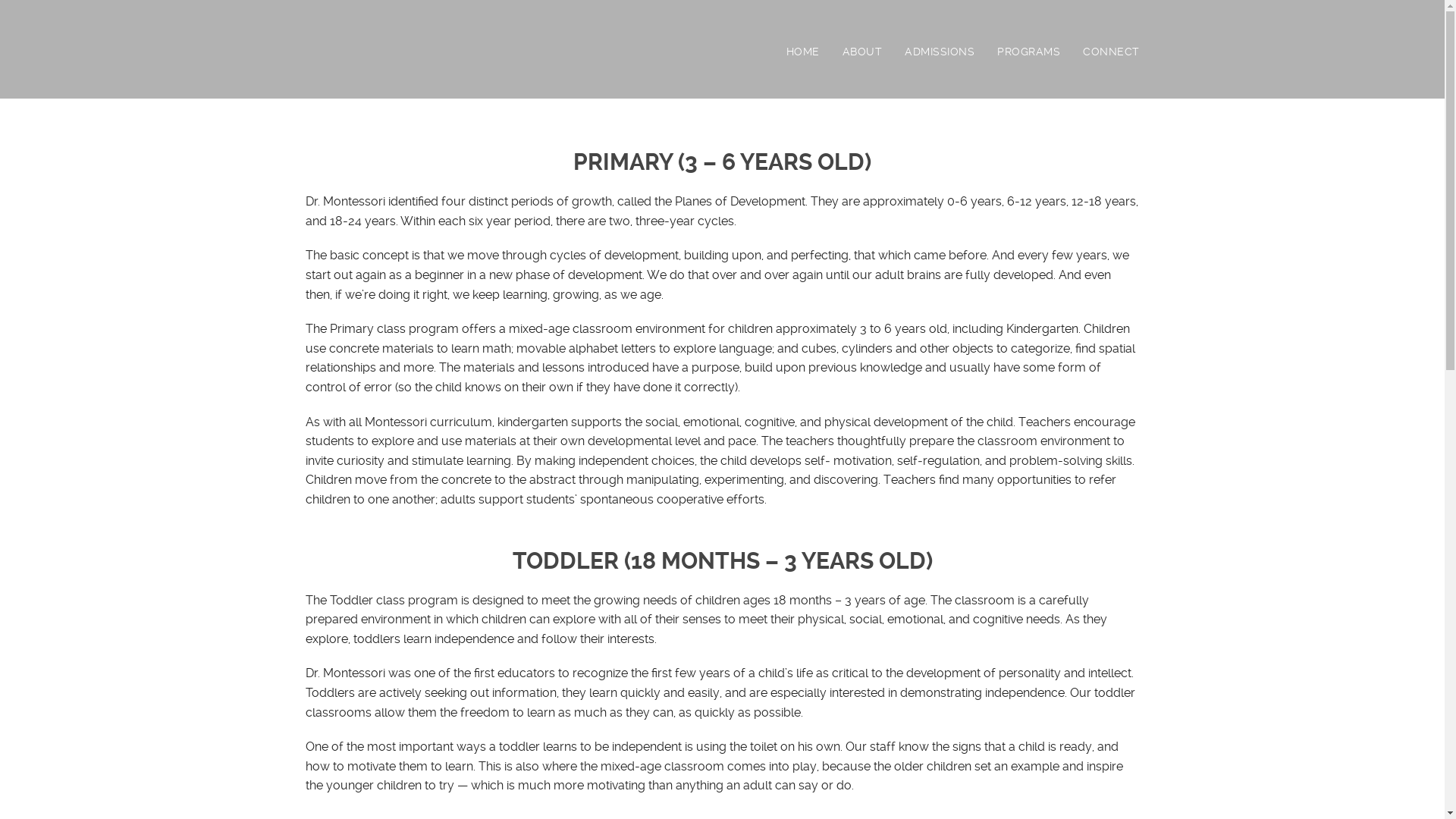 The image size is (1456, 819). I want to click on 'HOME', so click(813, 51).